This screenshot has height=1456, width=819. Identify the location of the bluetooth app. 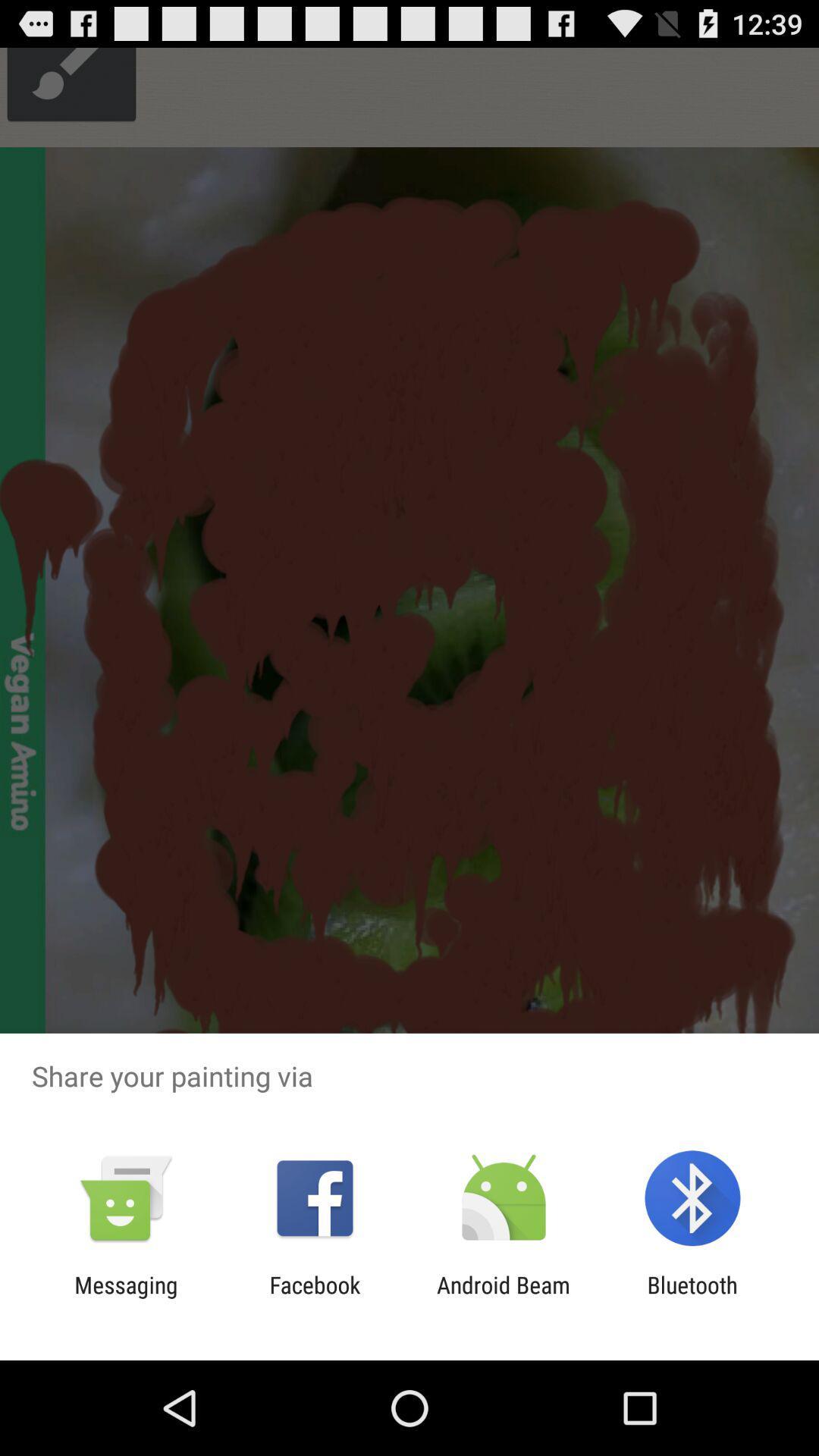
(692, 1298).